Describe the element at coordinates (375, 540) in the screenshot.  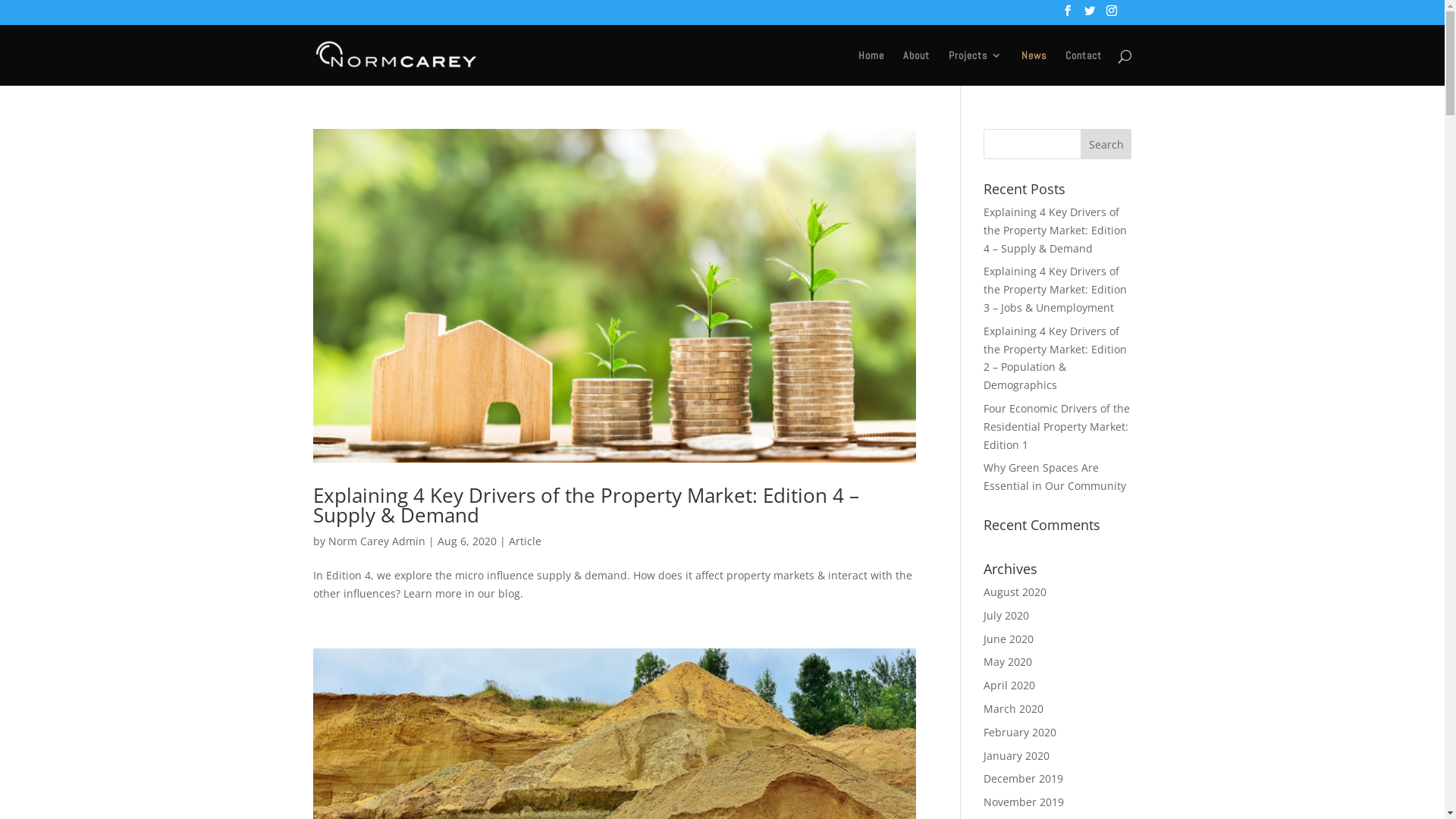
I see `'Norm Carey Admin'` at that location.